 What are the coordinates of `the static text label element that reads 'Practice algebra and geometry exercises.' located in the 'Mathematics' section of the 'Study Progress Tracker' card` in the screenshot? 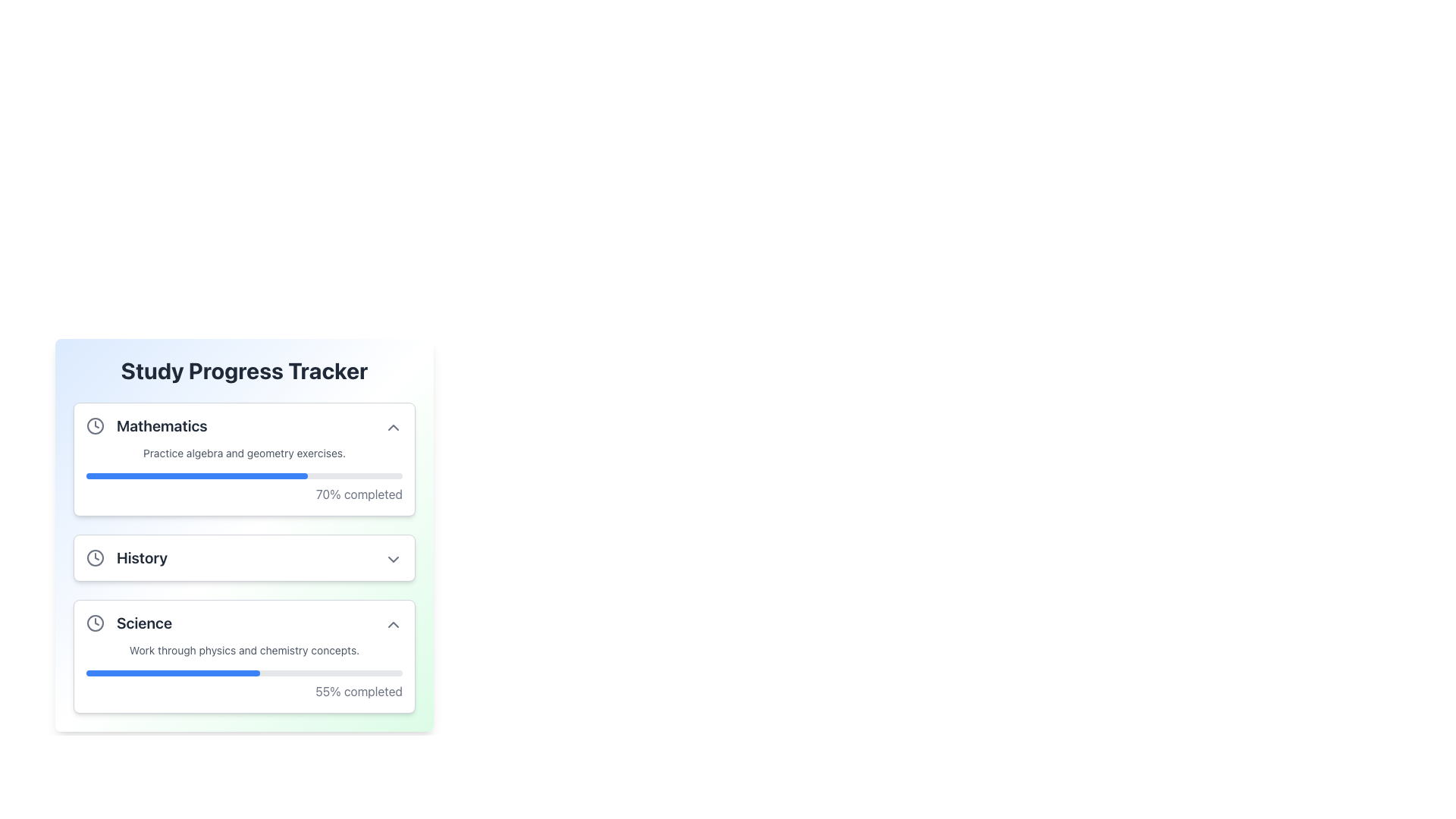 It's located at (244, 452).